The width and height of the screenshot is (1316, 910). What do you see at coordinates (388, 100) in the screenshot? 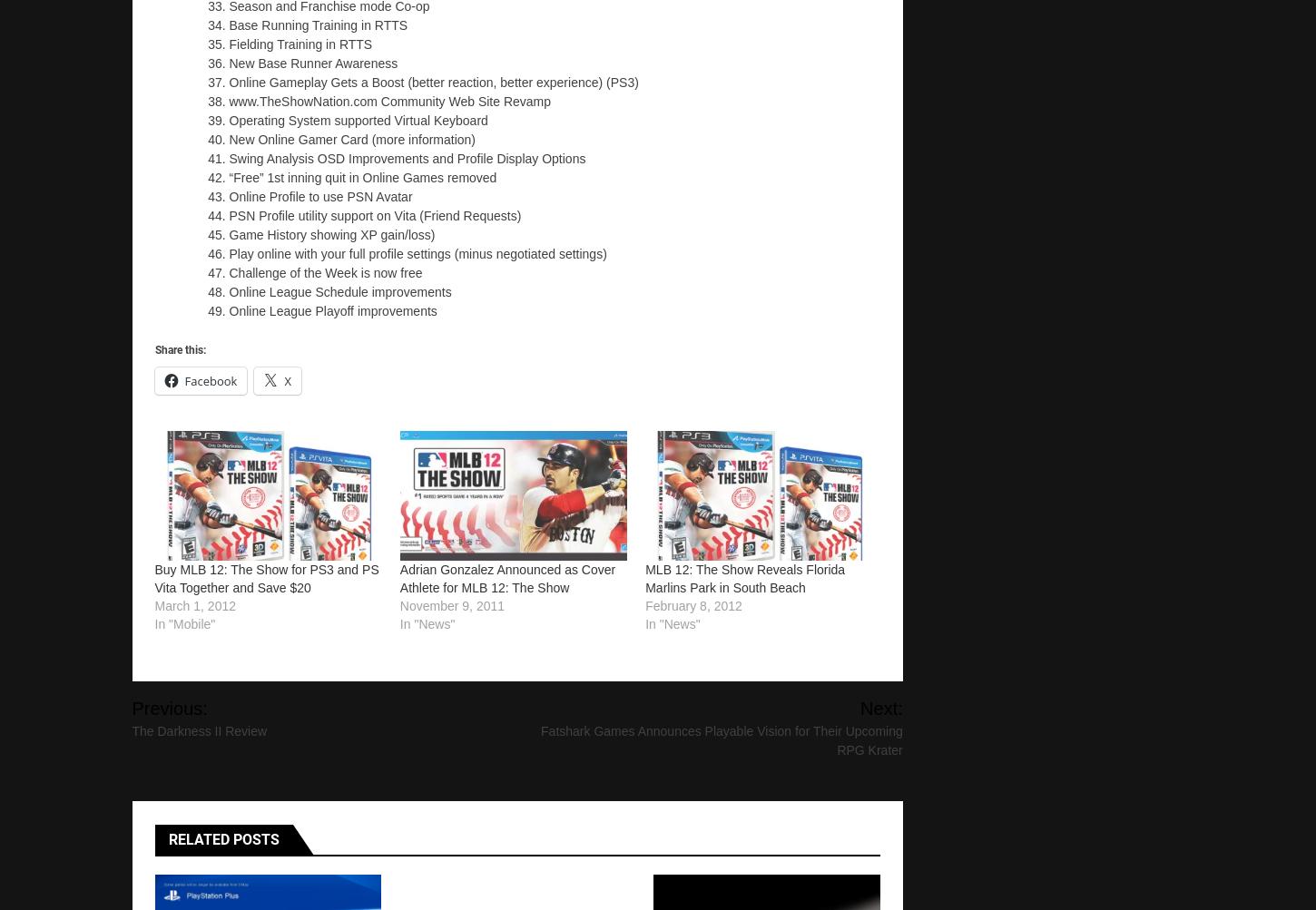
I see `'www.TheShowNation.com Community Web Site Revamp'` at bounding box center [388, 100].